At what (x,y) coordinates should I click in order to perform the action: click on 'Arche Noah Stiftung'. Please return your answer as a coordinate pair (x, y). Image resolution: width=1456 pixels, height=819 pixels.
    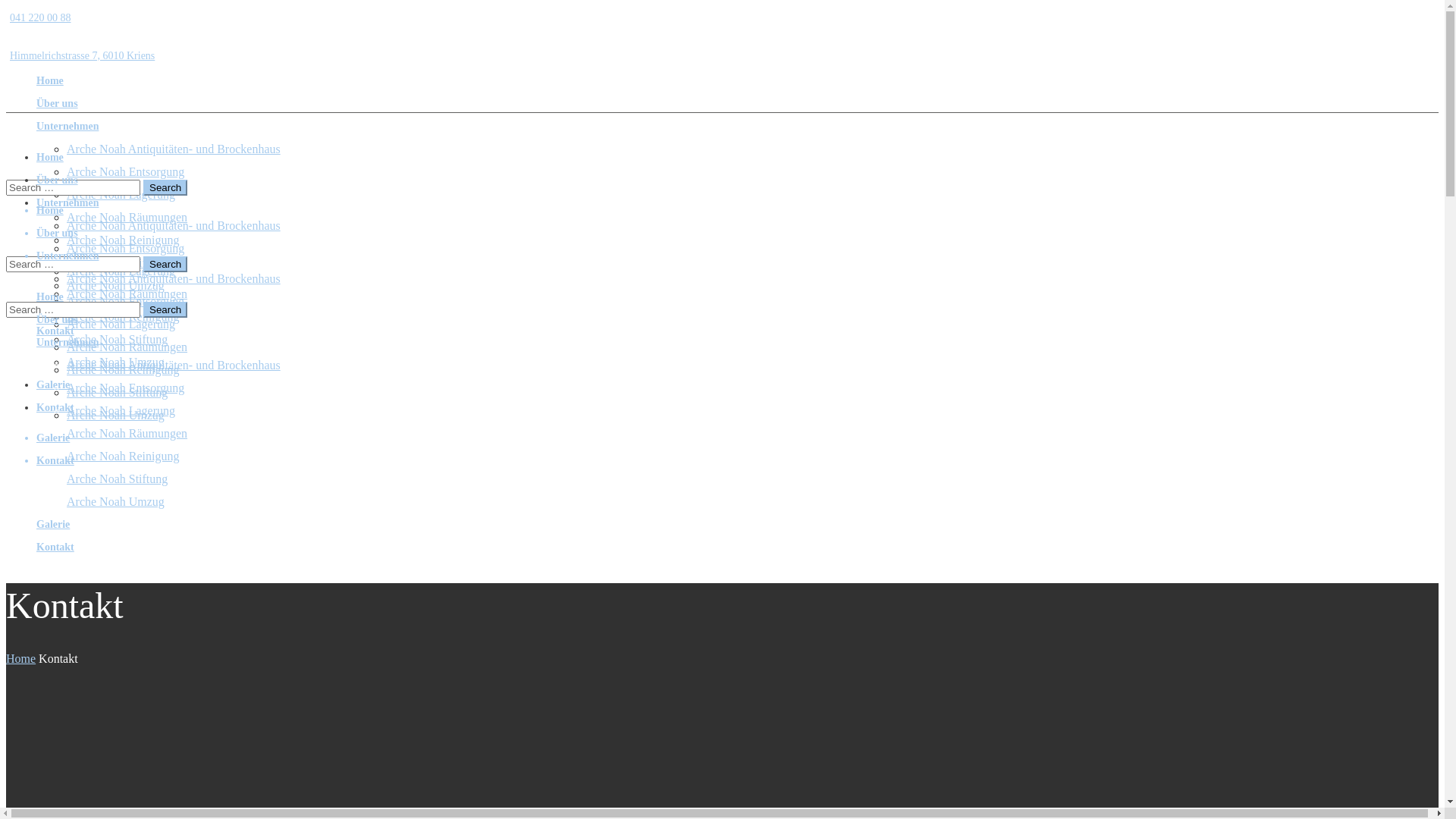
    Looking at the image, I should click on (116, 479).